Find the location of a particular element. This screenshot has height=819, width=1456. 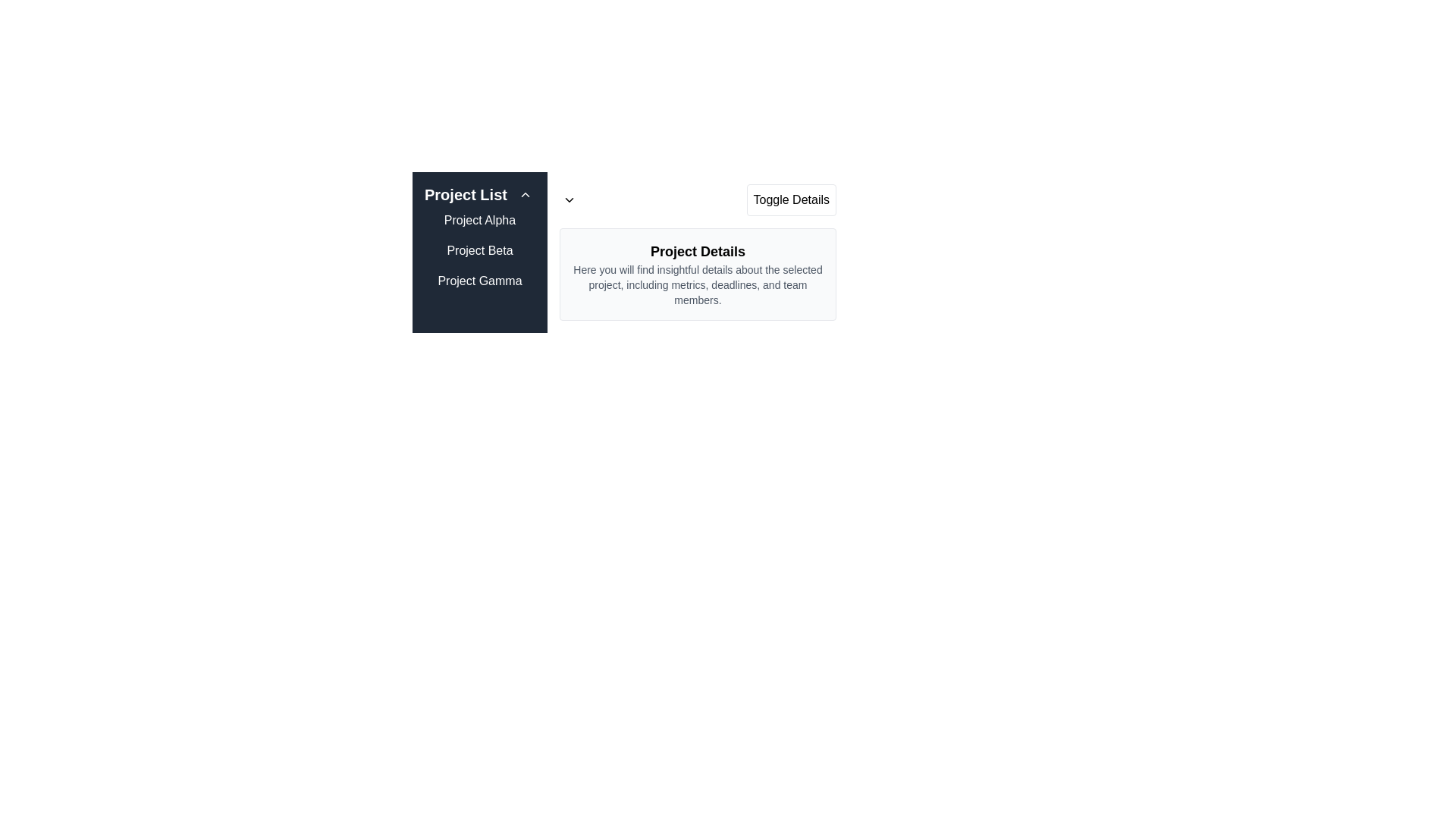

the 'Project Gamma' text label which is displayed in white font and is the third item in the vertical list under the 'Project List' menu is located at coordinates (479, 281).